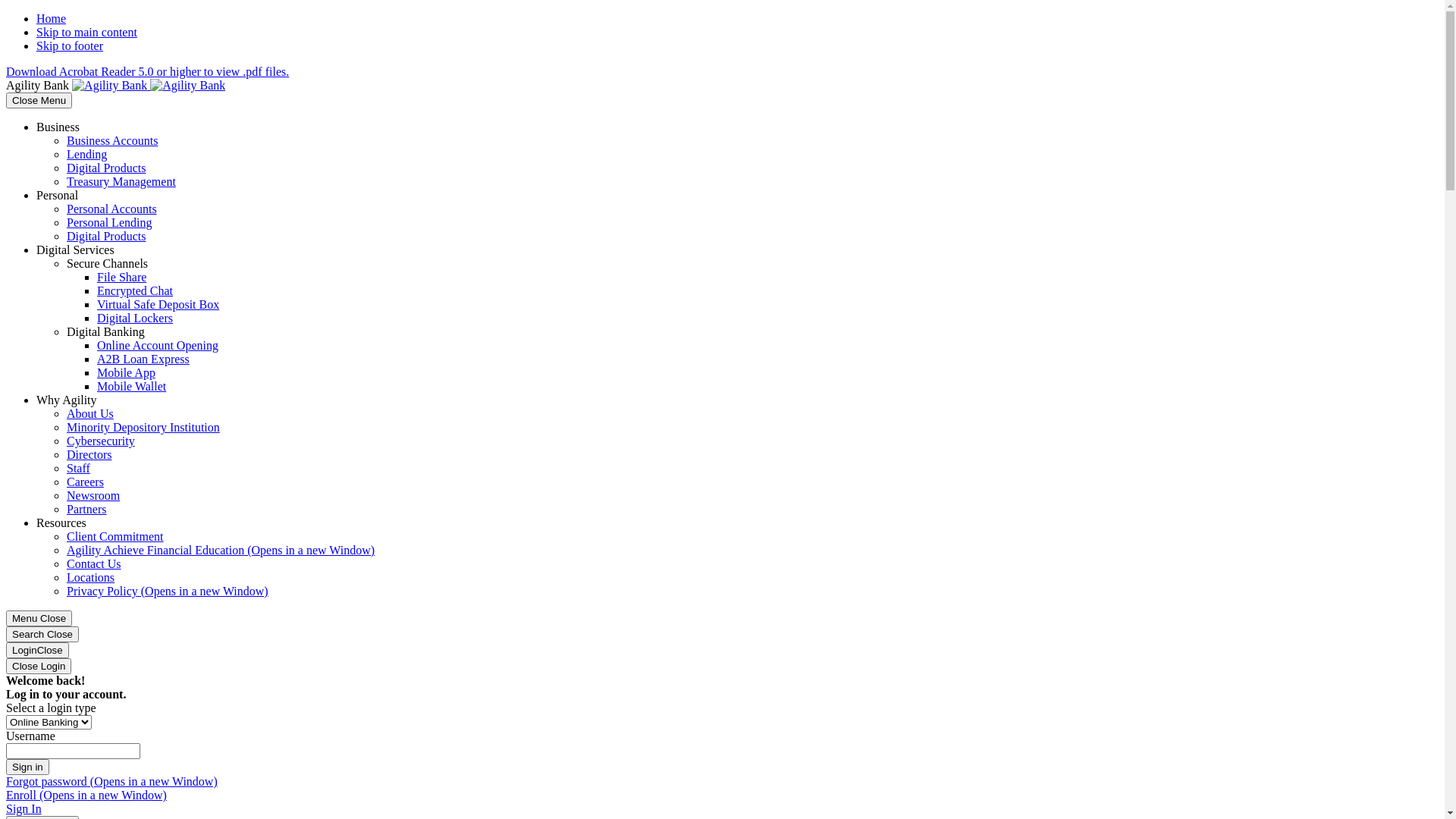 The height and width of the screenshot is (819, 1456). What do you see at coordinates (39, 618) in the screenshot?
I see `'Menu Close'` at bounding box center [39, 618].